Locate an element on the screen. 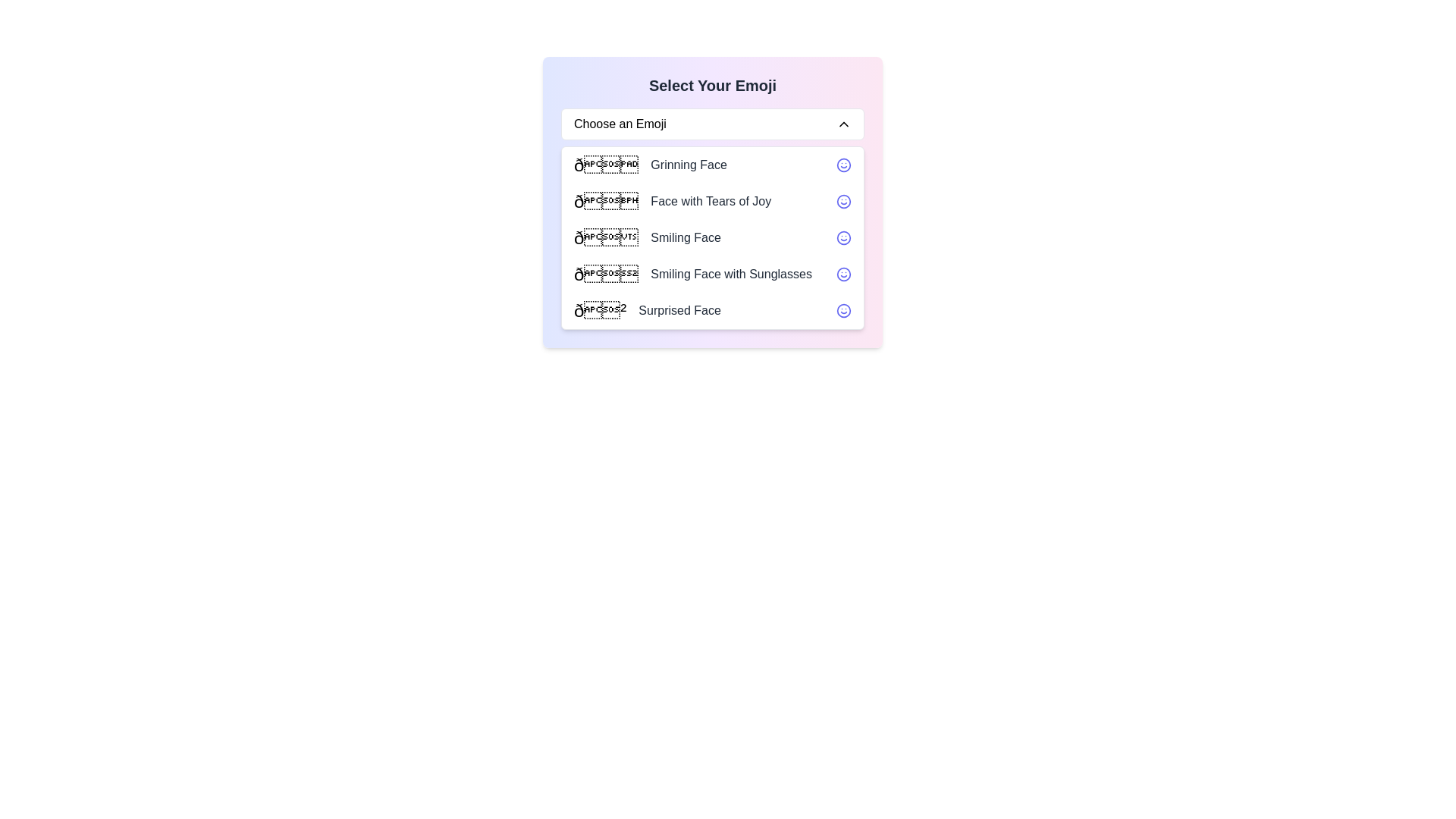 This screenshot has height=819, width=1456. the 'Face with Tears of Joy' option in the dropdown menu is located at coordinates (712, 201).